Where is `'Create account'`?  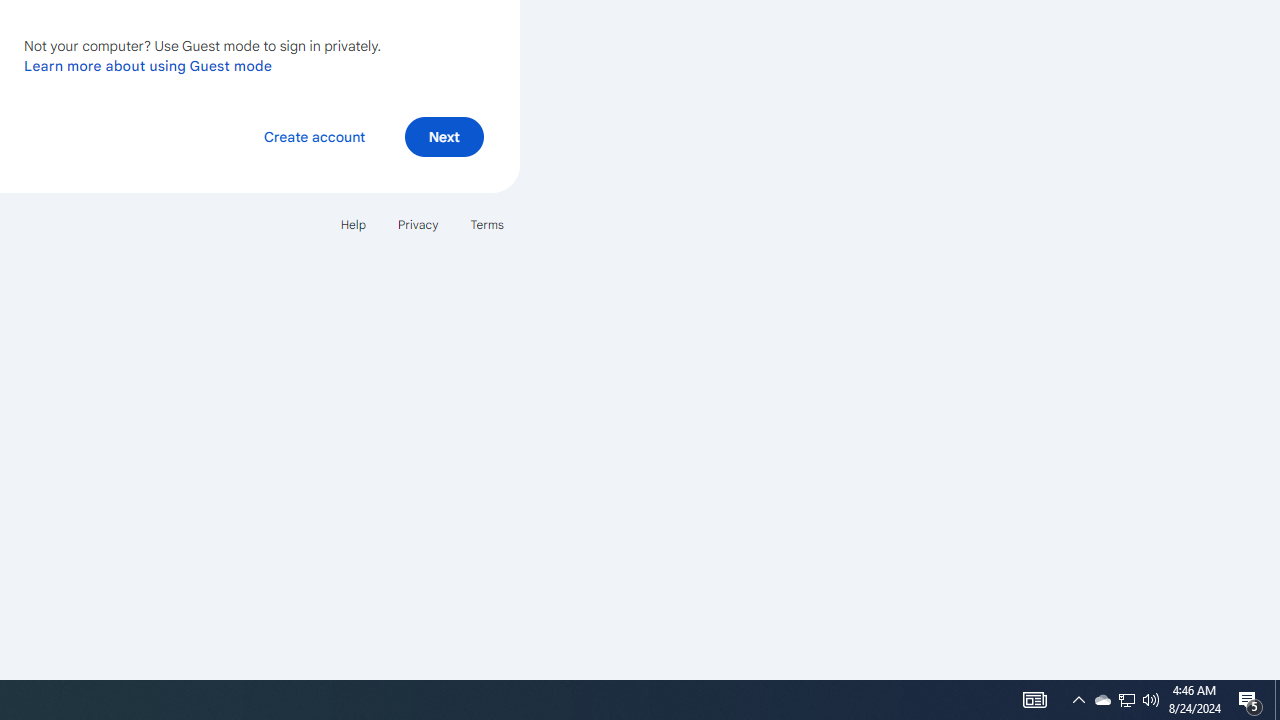 'Create account' is located at coordinates (313, 135).